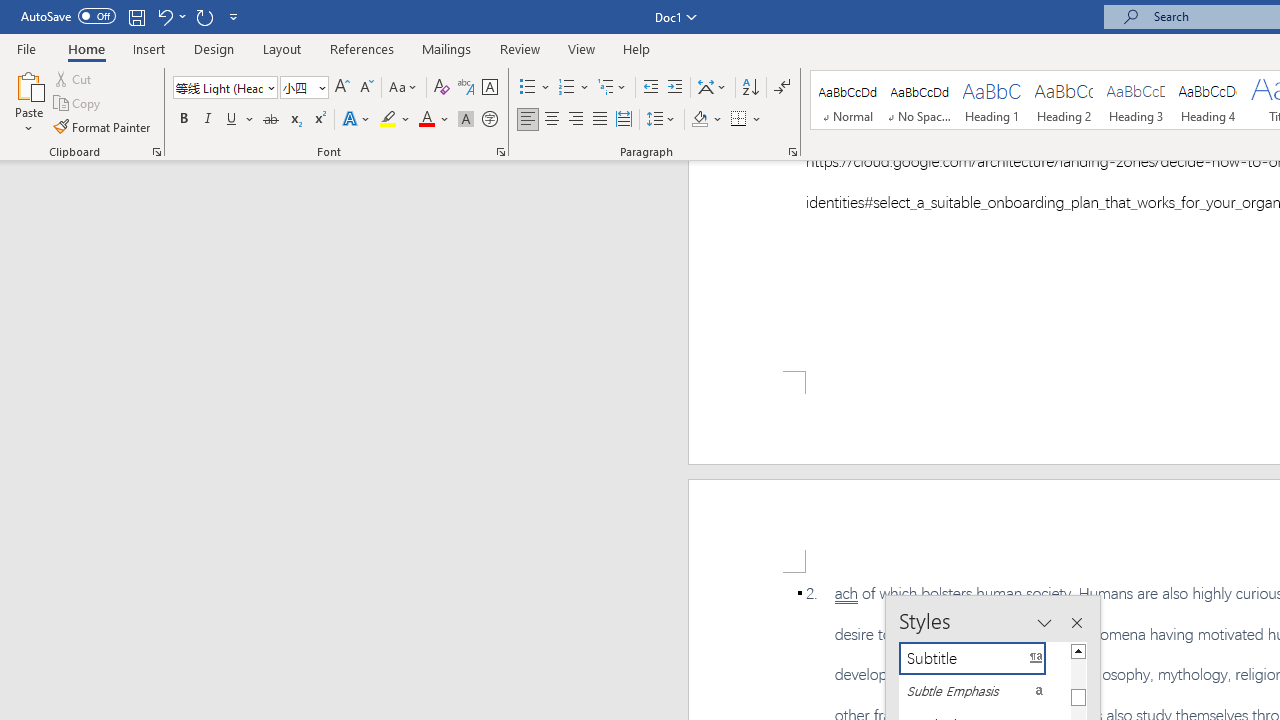 This screenshot has width=1280, height=720. Describe the element at coordinates (636, 48) in the screenshot. I see `'Help'` at that location.